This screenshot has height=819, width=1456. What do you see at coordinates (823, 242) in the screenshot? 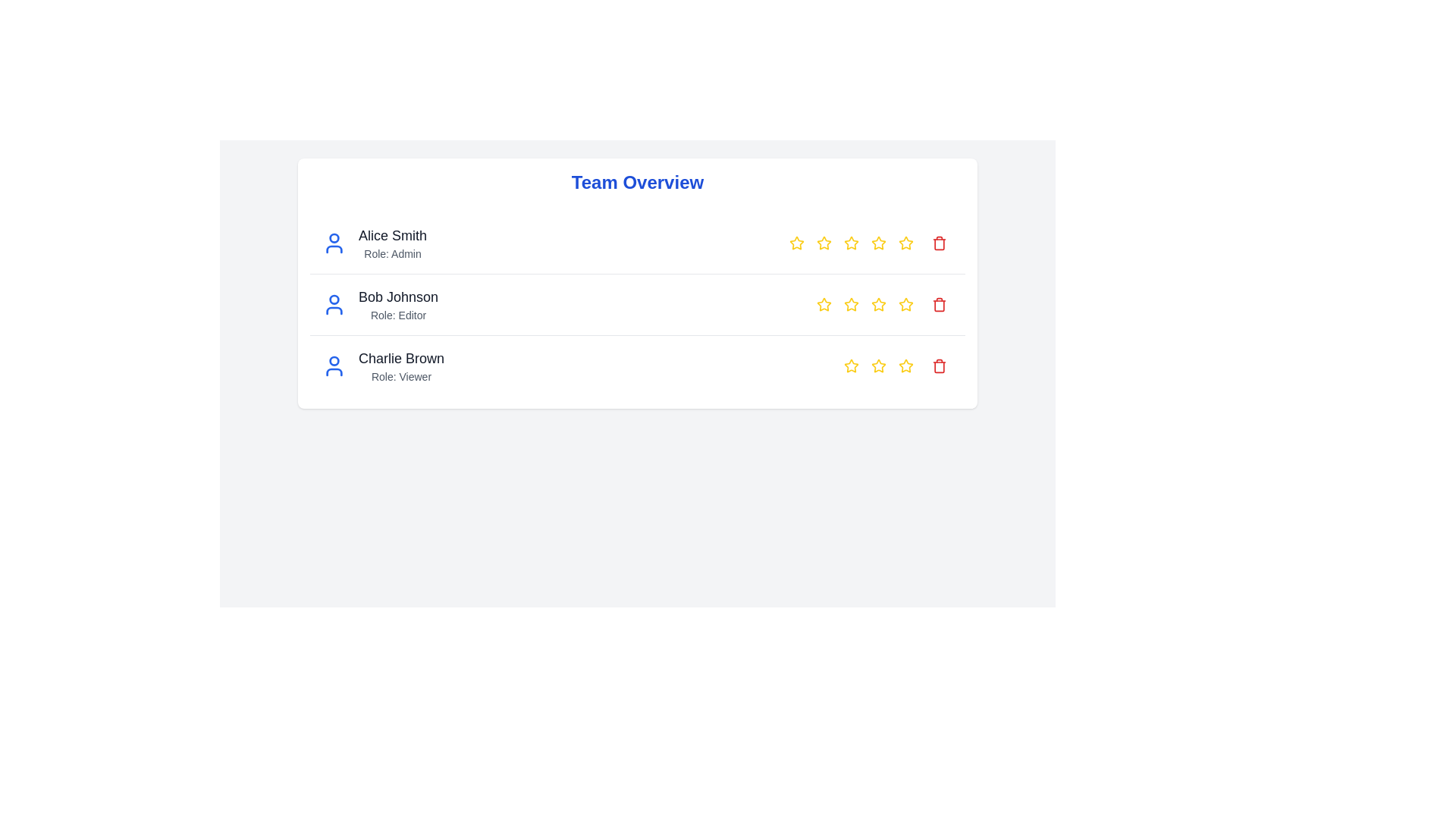
I see `on the second star icon in the 'Team Overview' section` at bounding box center [823, 242].